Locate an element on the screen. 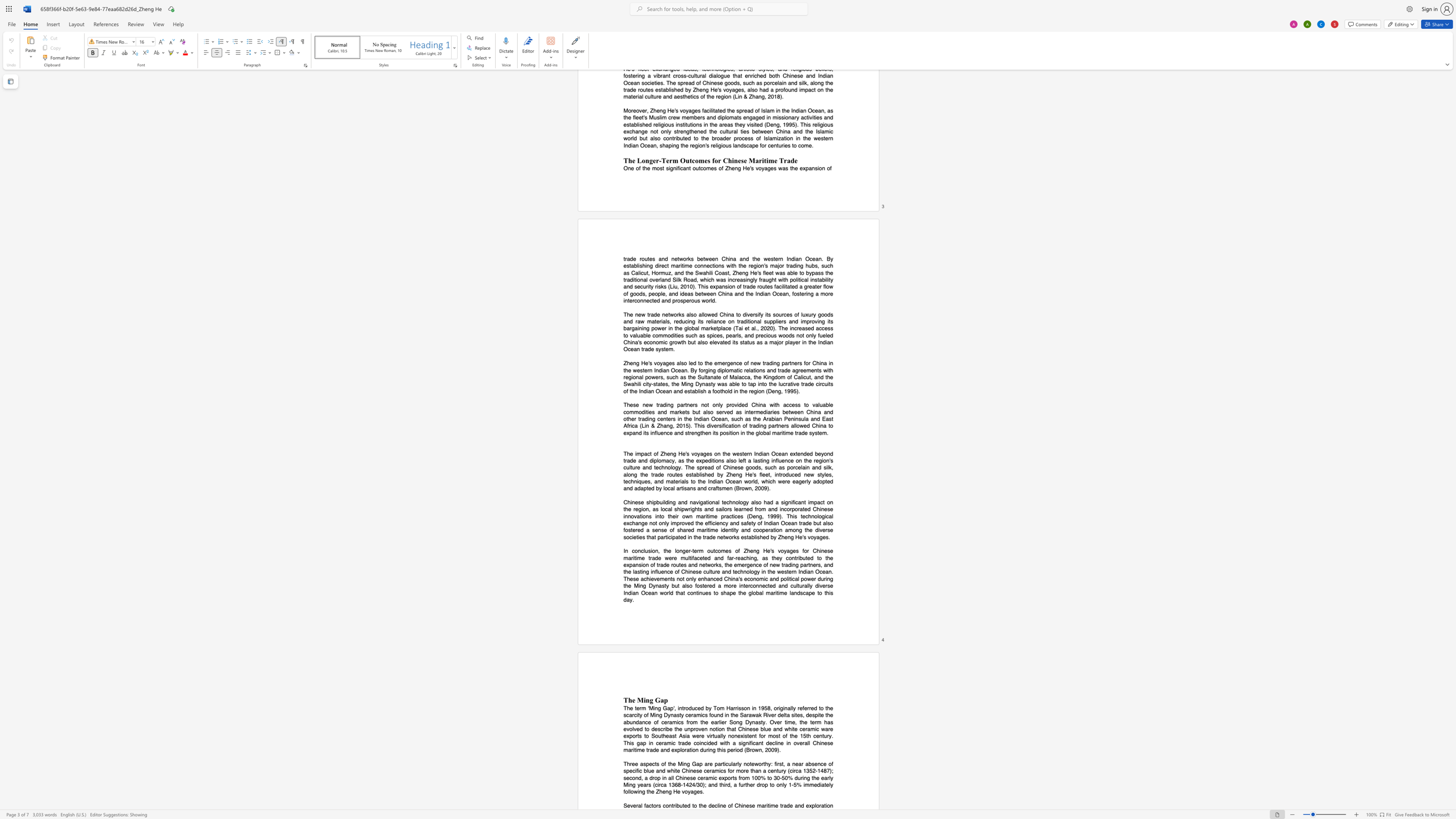 The width and height of the screenshot is (1456, 819). the subset text "es" within the text "established" is located at coordinates (686, 474).